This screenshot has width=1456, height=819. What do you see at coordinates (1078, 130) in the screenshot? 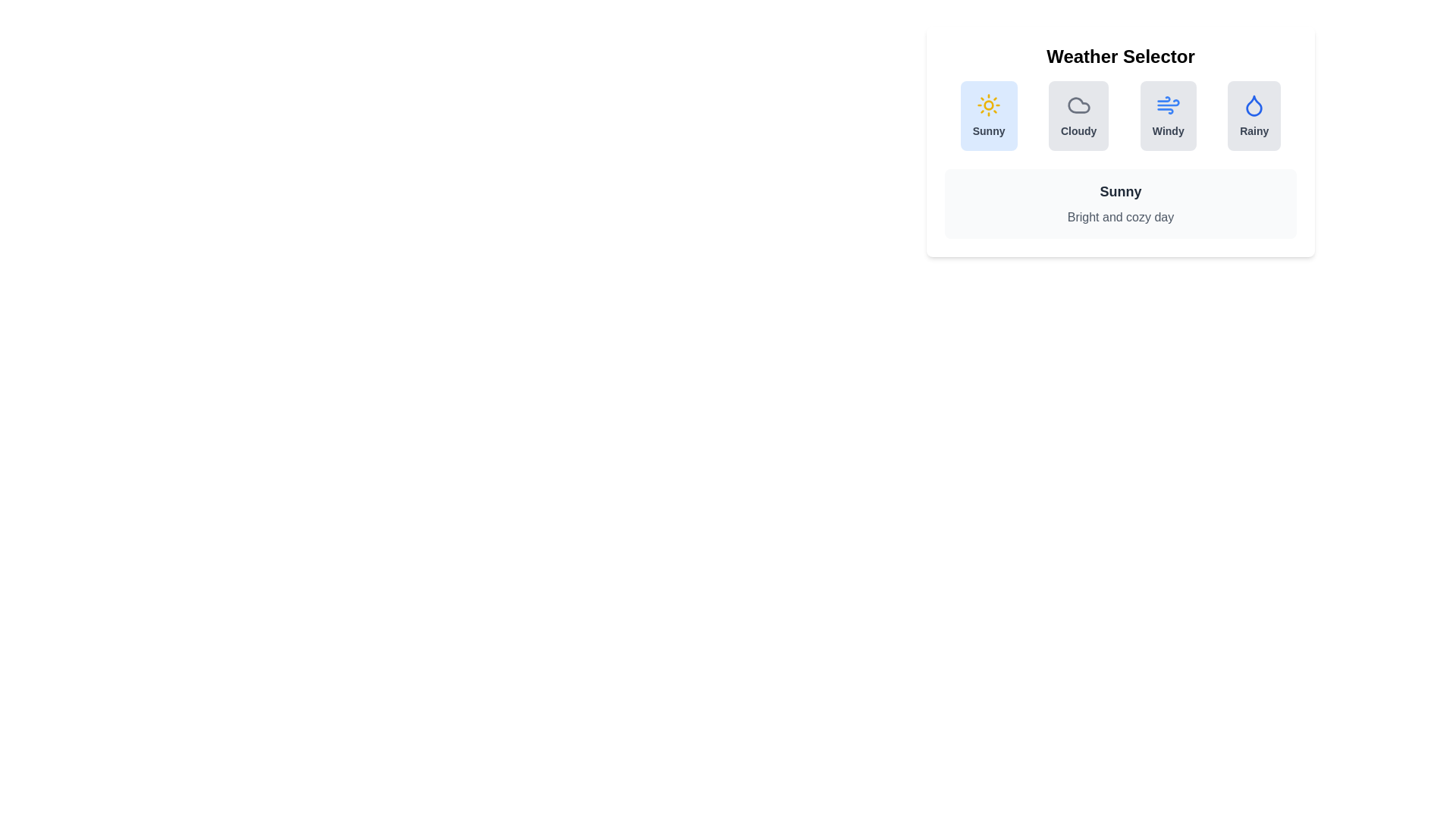
I see `the text label that displays the word 'Cloudy' in a bold, medium-sized font, located beneath the cloud icon within the second weather card` at bounding box center [1078, 130].